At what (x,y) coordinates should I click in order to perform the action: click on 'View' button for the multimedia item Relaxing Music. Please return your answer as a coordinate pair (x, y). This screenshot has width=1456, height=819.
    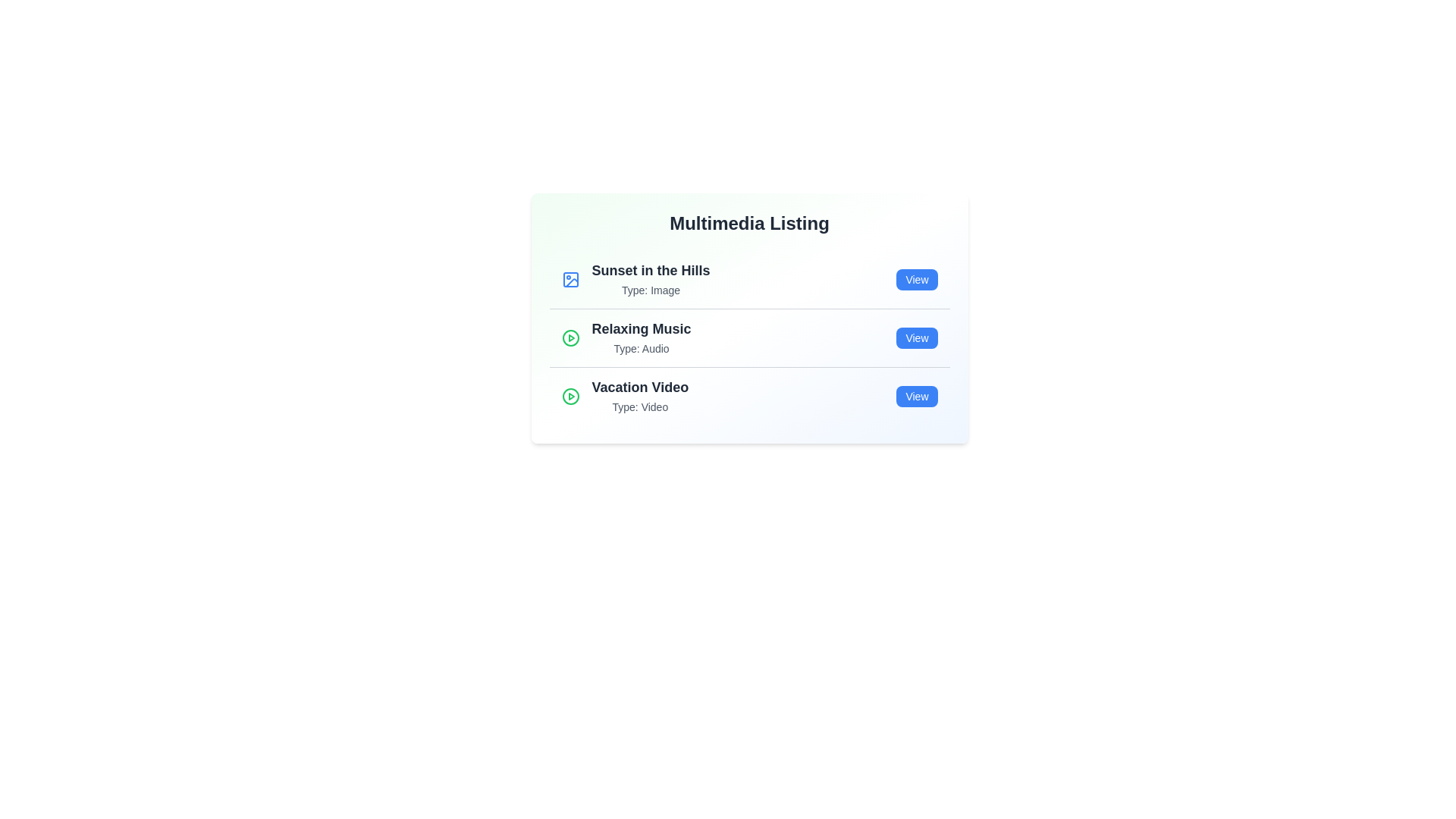
    Looking at the image, I should click on (916, 337).